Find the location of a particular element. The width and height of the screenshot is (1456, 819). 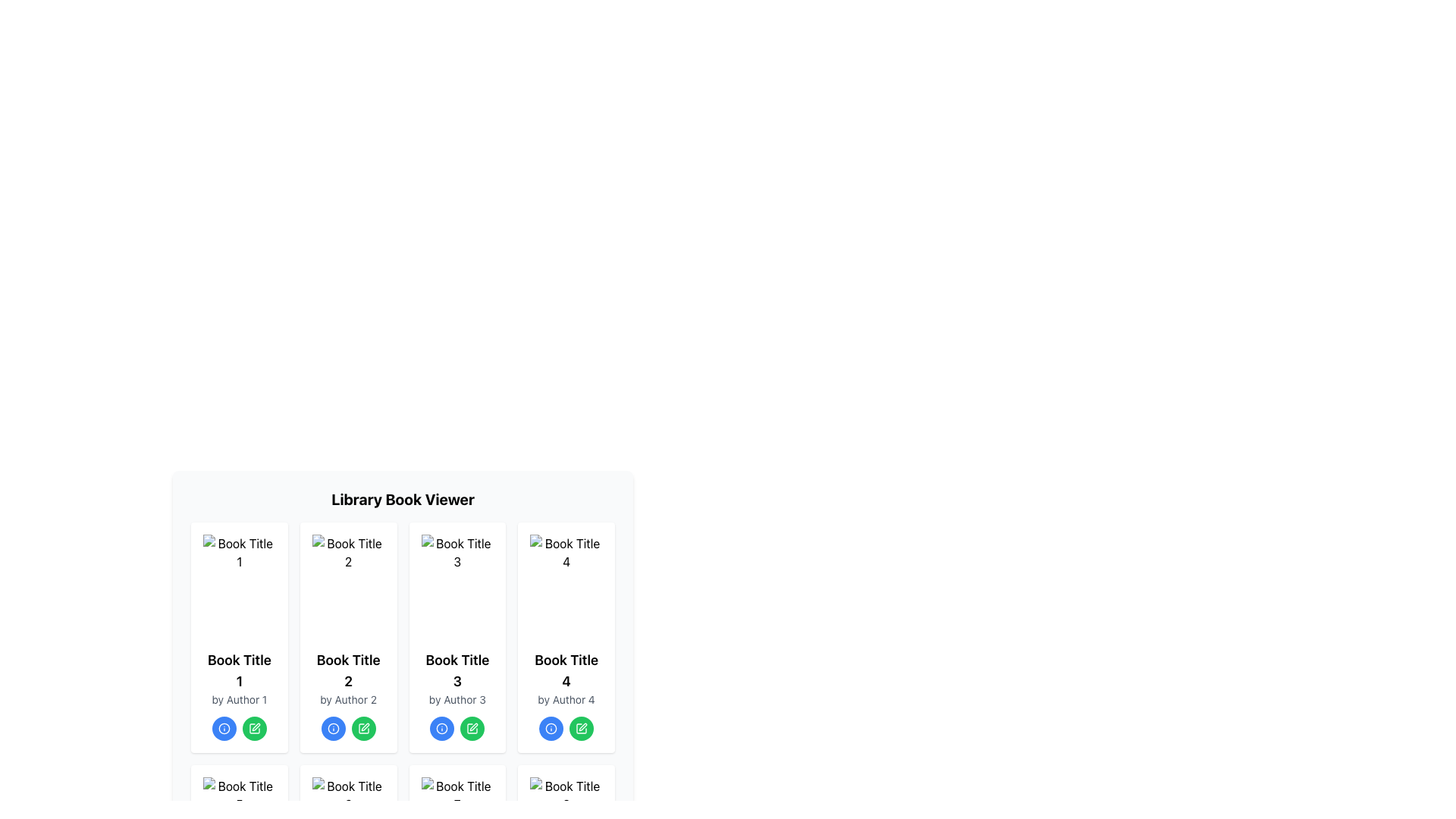

the green button in the Interactive button group below the text 'by Author 2' within the card displaying 'Book Title 2' is located at coordinates (347, 727).